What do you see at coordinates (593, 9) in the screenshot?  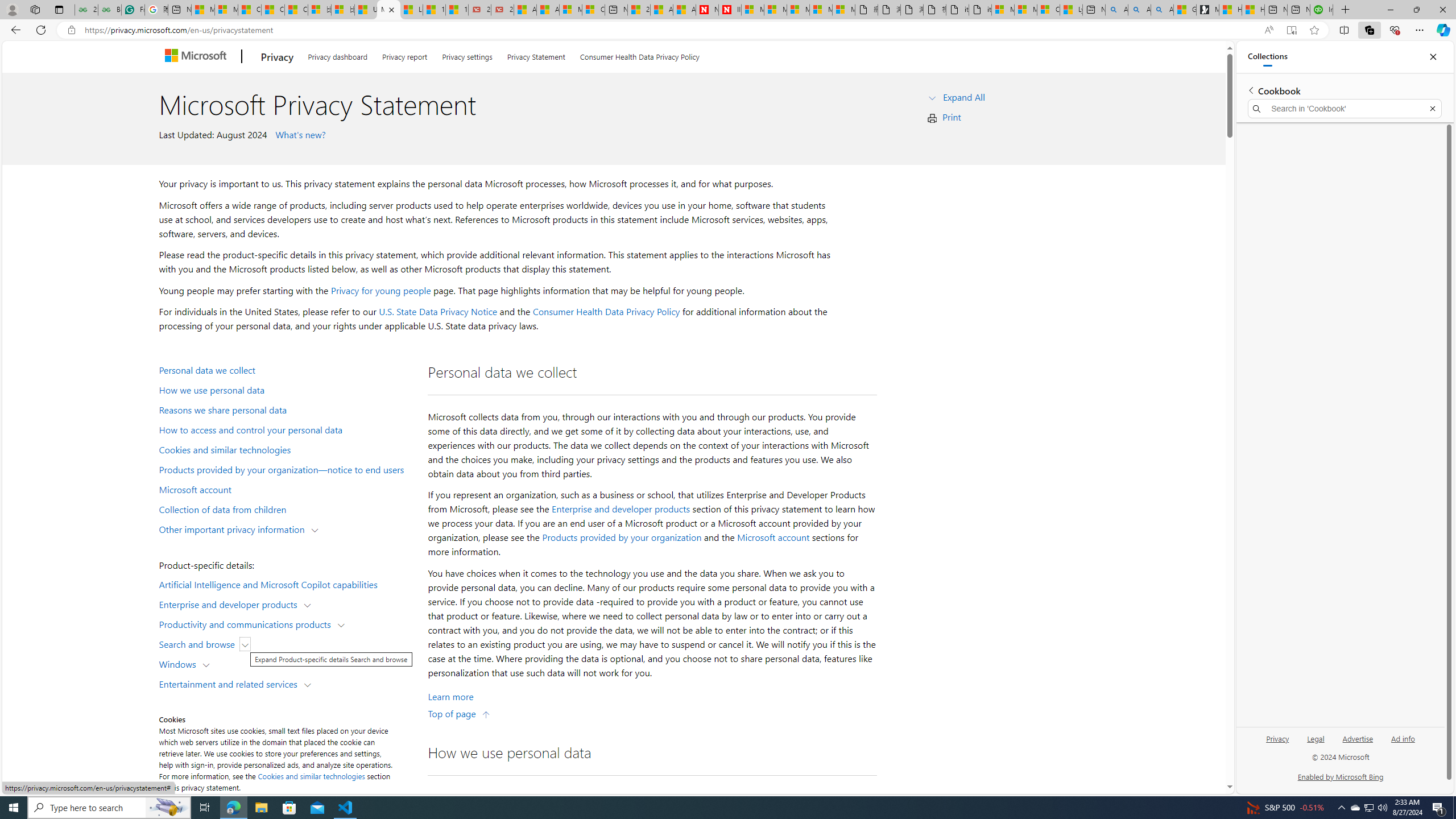 I see `'Cloud Computing Services | Microsoft Azure'` at bounding box center [593, 9].